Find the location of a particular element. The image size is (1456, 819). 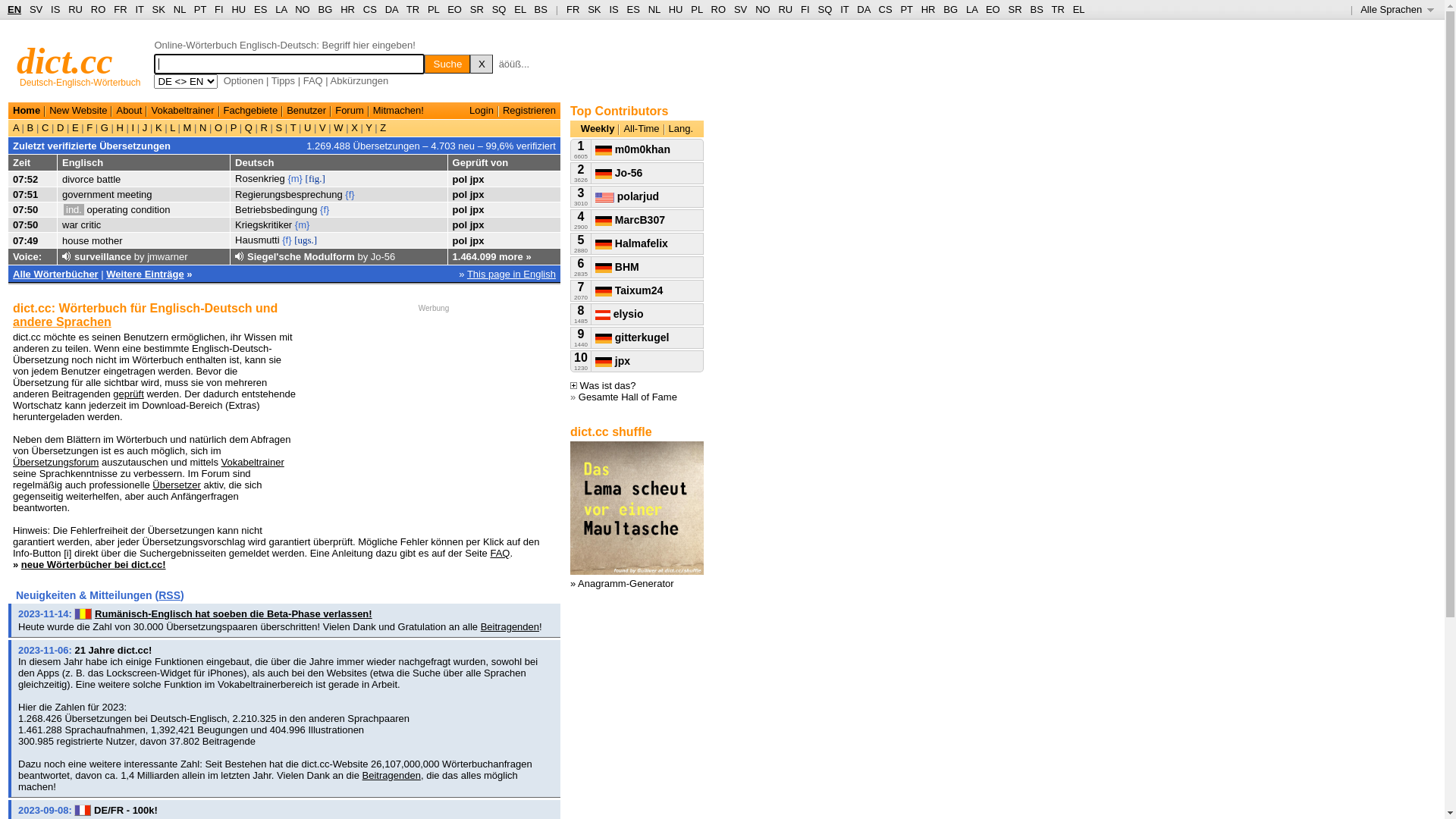

'Z' is located at coordinates (382, 127).